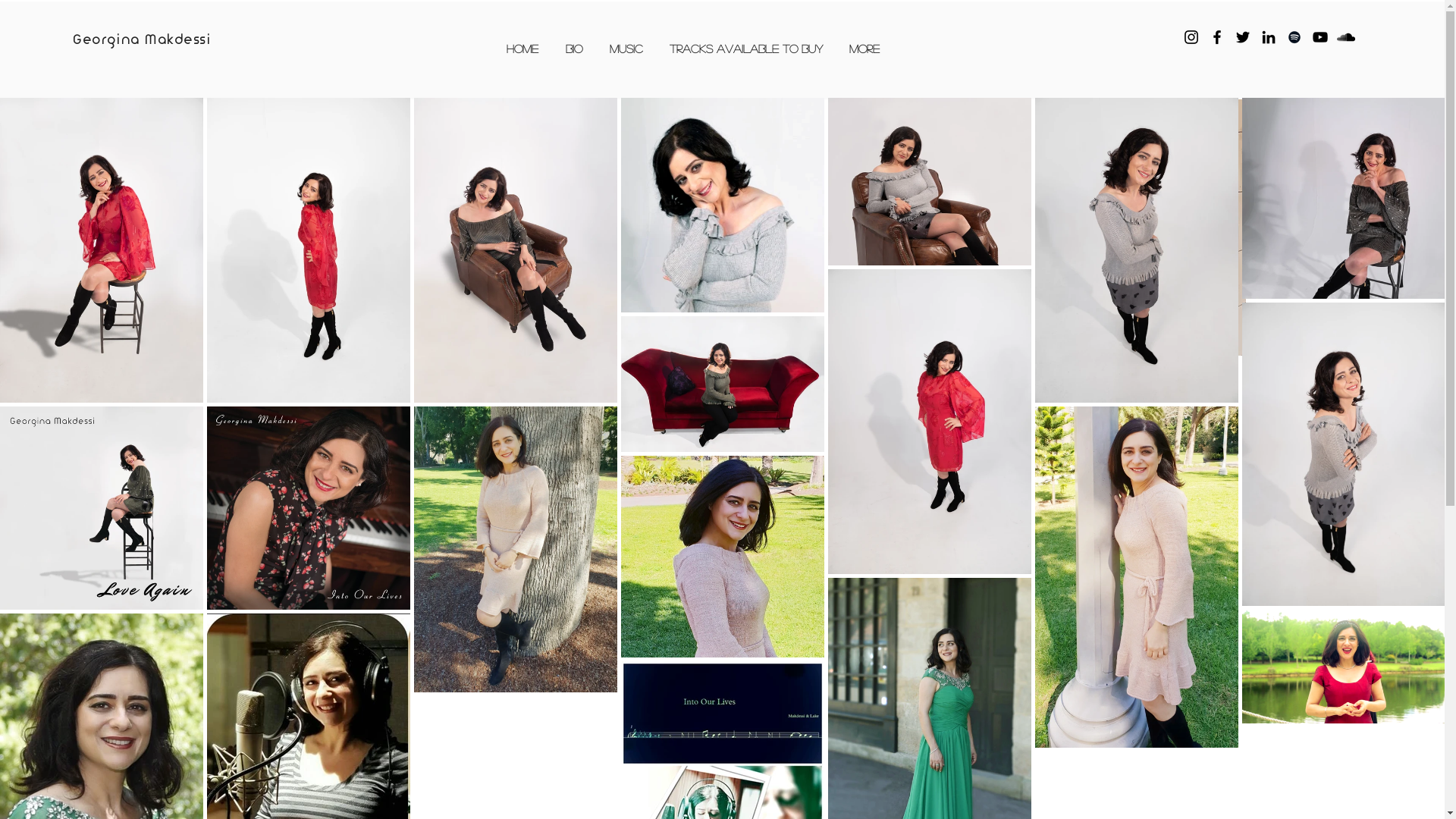 The width and height of the screenshot is (1456, 819). I want to click on 'BIO', so click(551, 47).